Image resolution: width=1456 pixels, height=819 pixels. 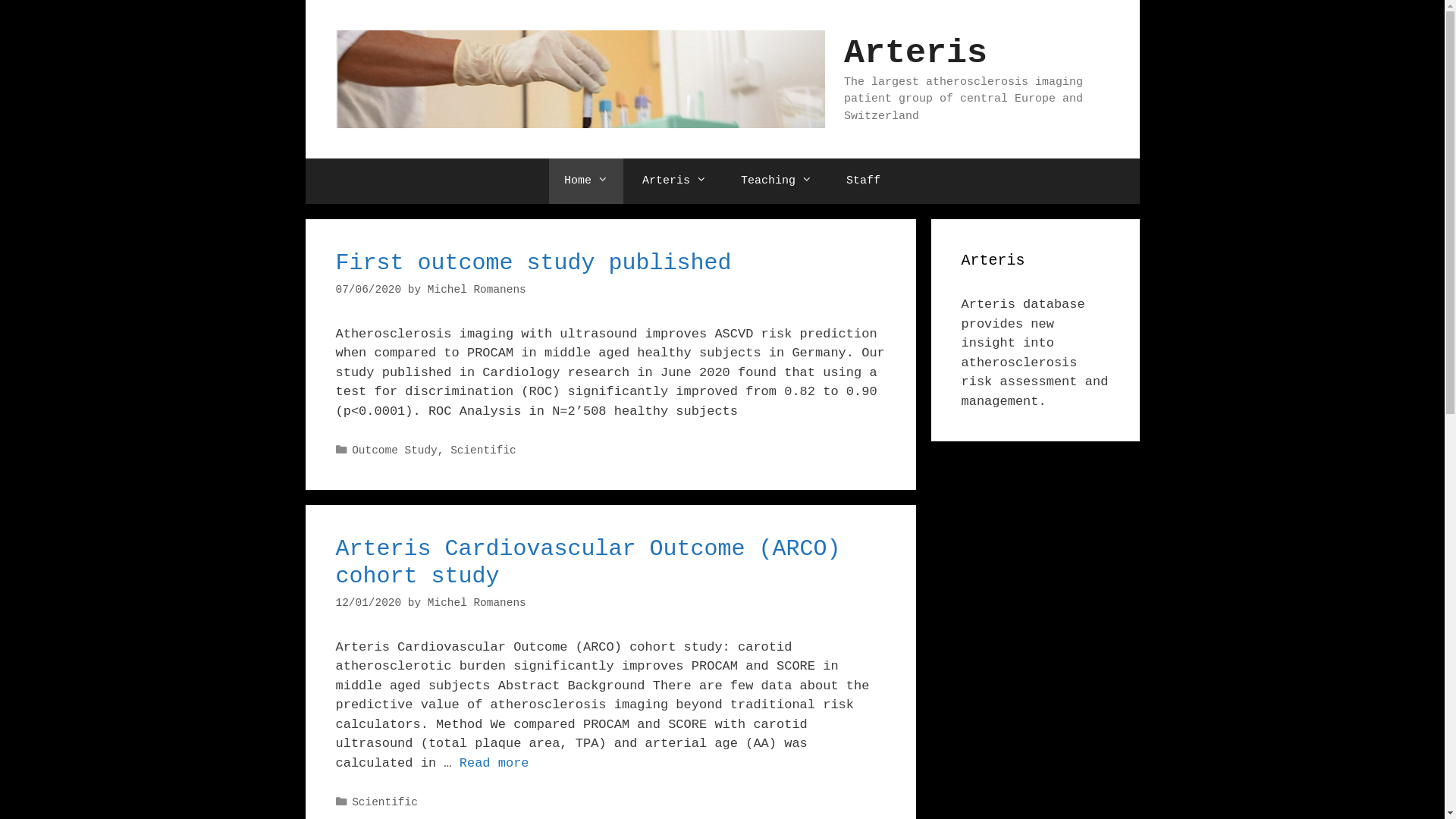 What do you see at coordinates (585, 180) in the screenshot?
I see `'Home'` at bounding box center [585, 180].